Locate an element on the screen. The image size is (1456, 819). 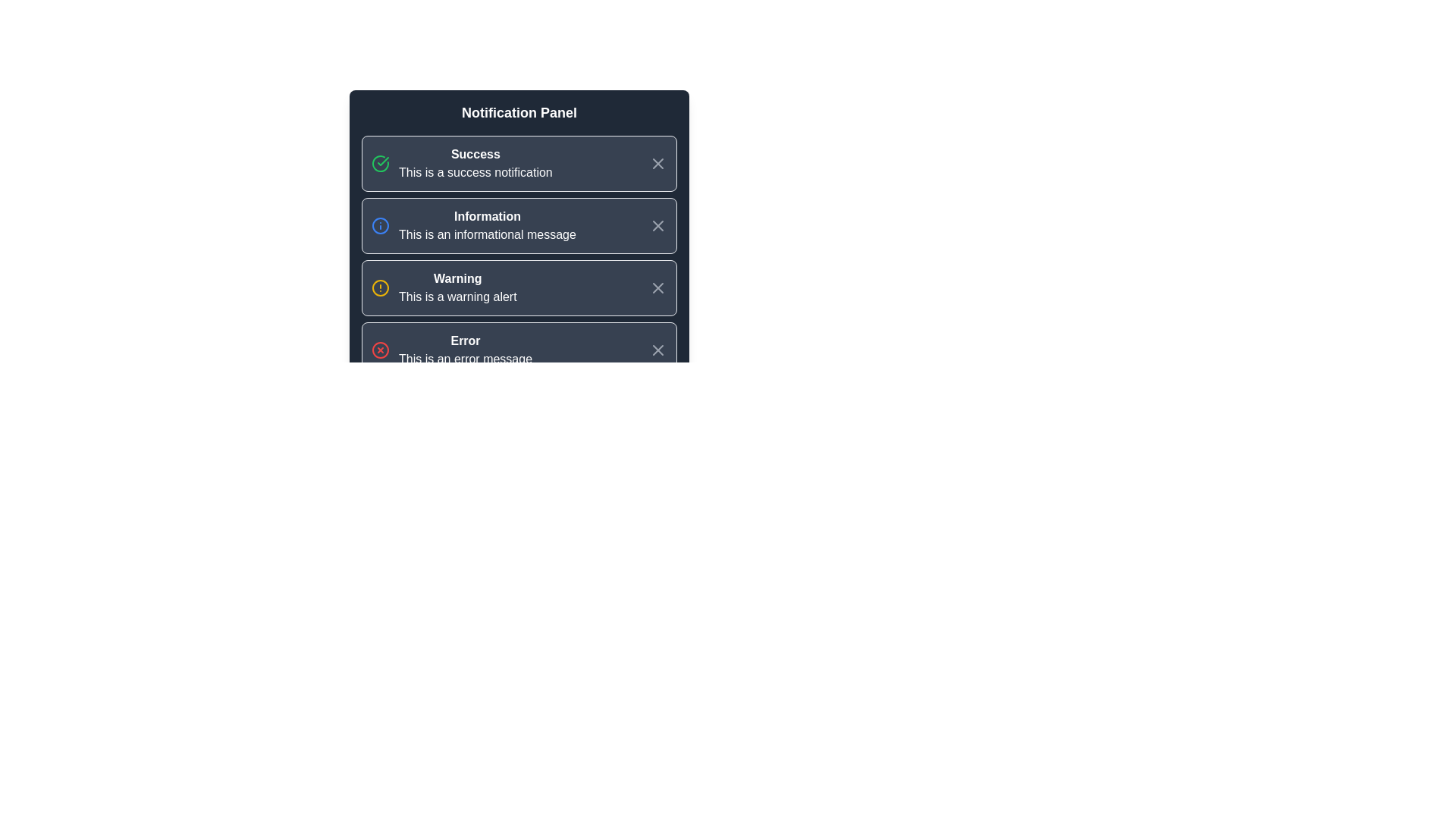
title 'Error' and subtitle 'This is an error message' from the fourth notification in the vertically stacked list of notifications, which is displayed in a dark gray panel with white text is located at coordinates (450, 350).